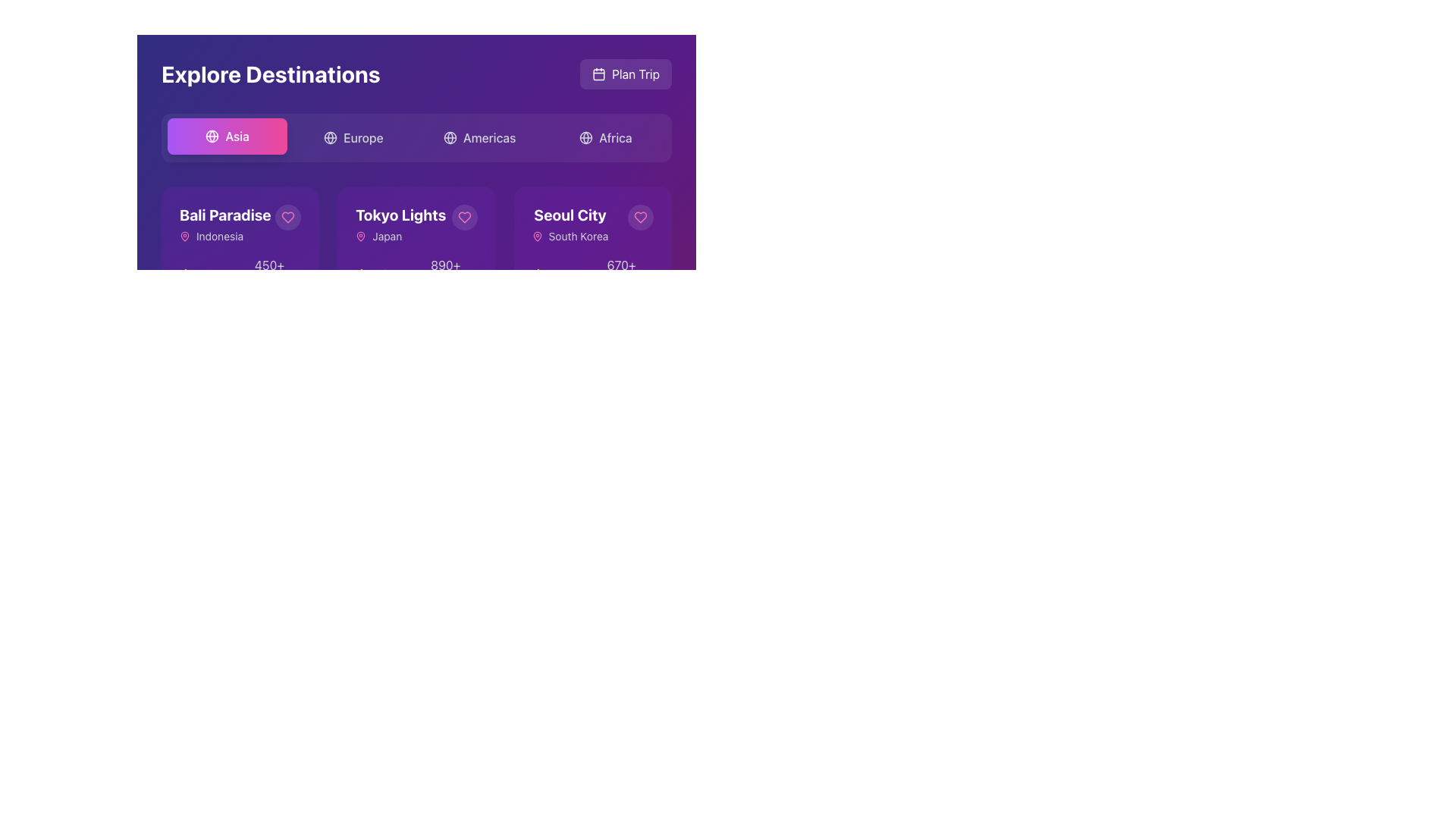  I want to click on text label displaying 'South Korea' associated with the 'Seoul City' card located at the bottom-left section of the card, so click(578, 237).